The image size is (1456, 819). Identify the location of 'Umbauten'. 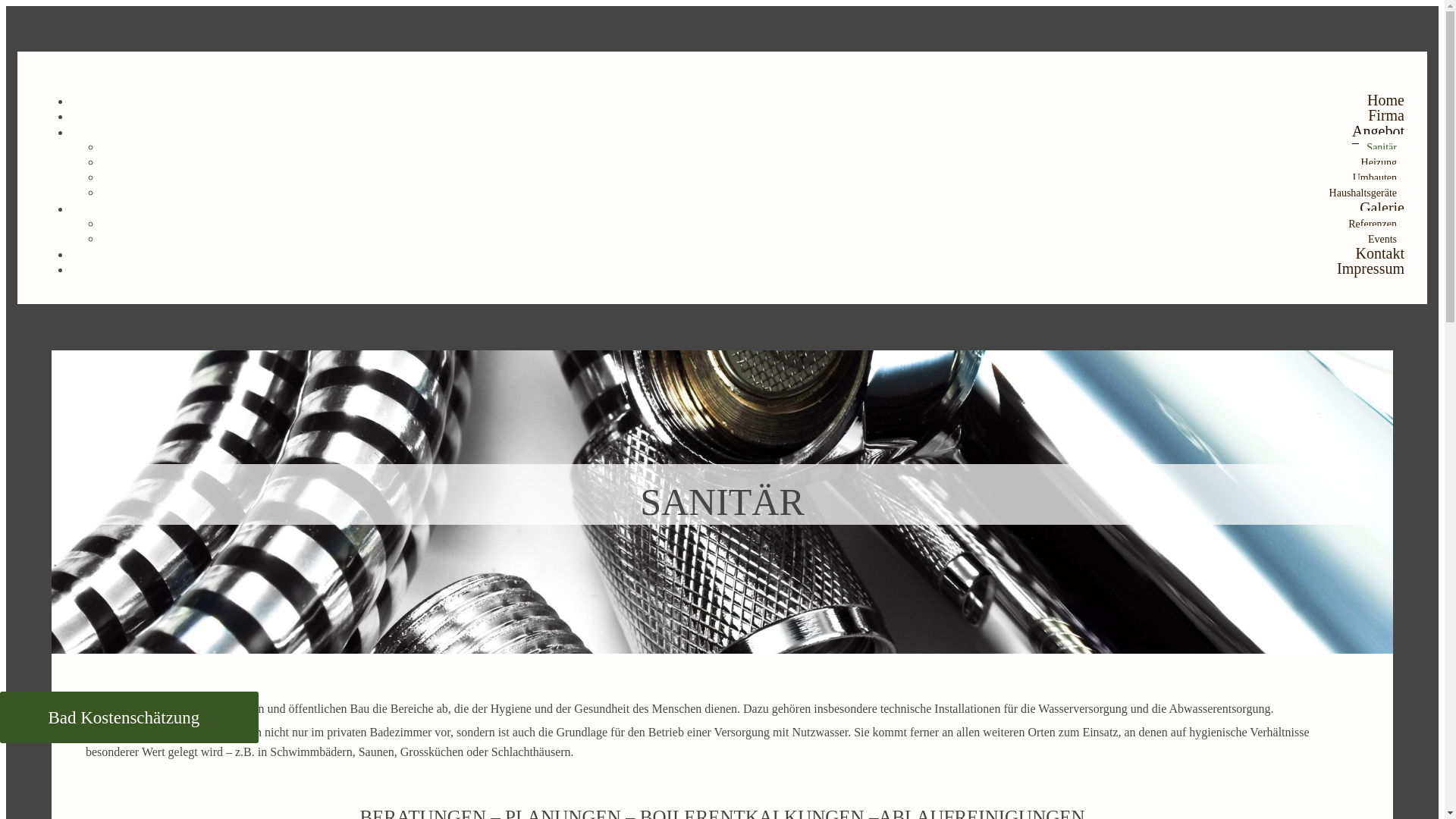
(1375, 177).